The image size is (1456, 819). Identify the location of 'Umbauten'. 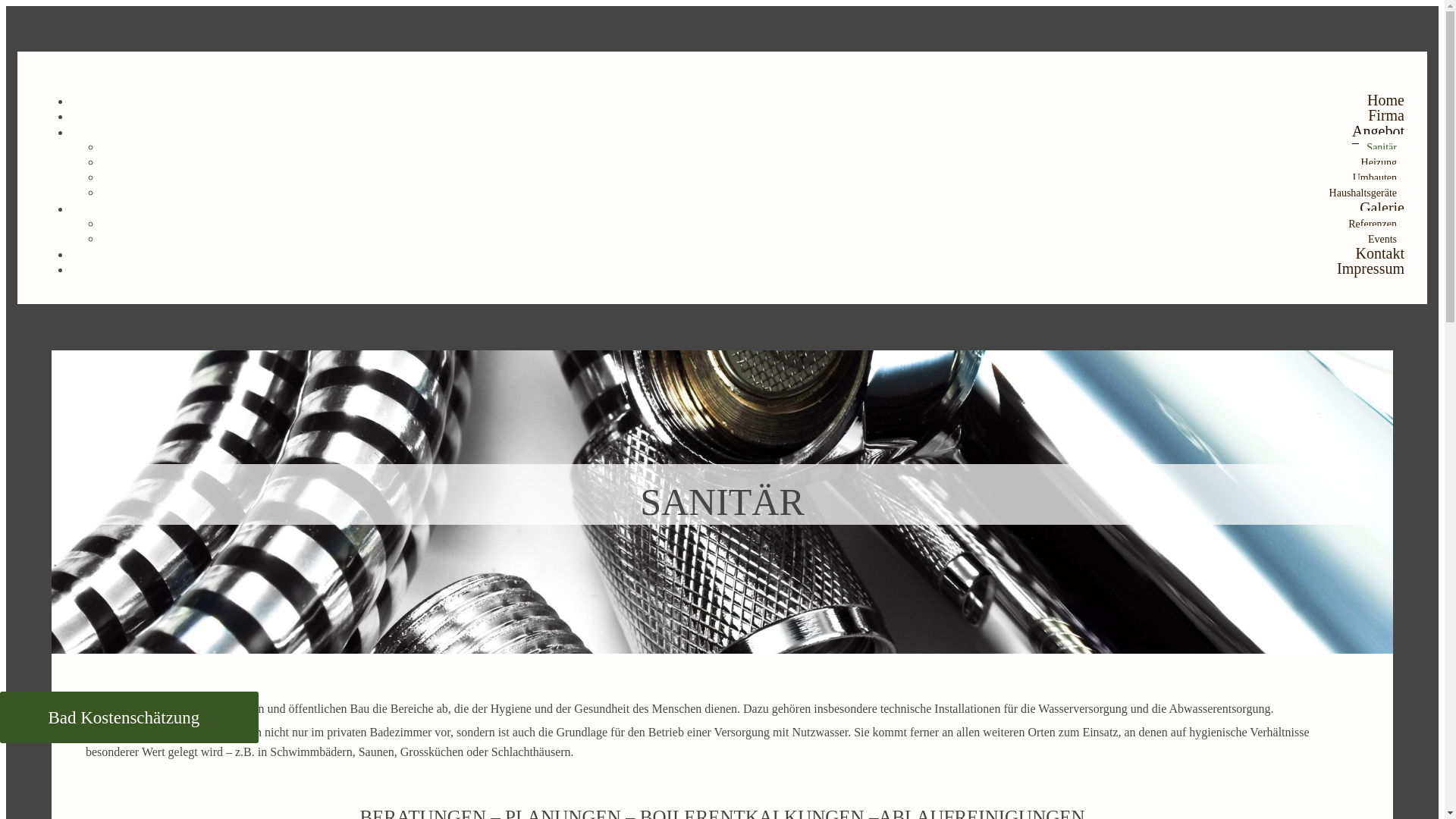
(1375, 177).